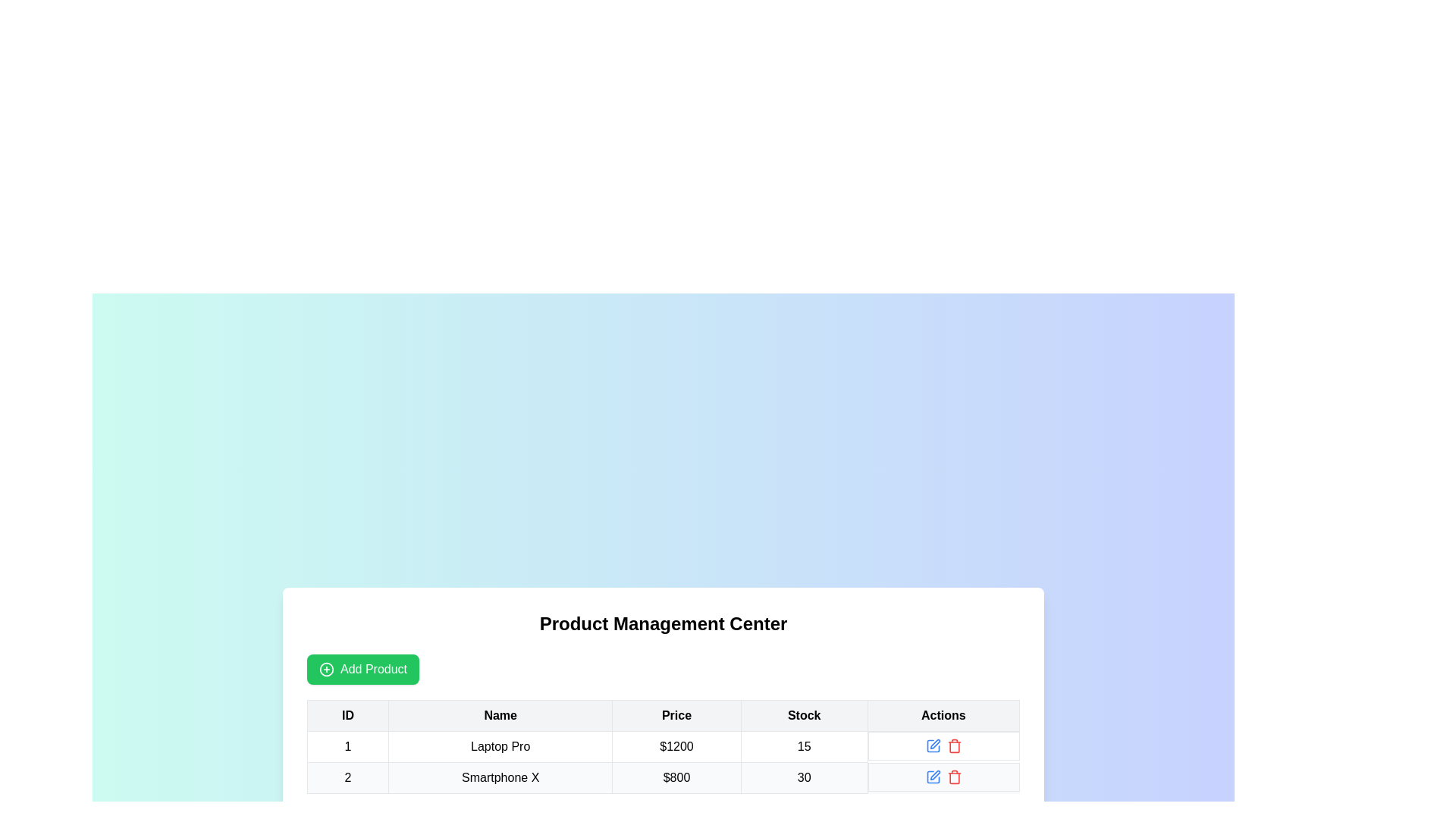 The width and height of the screenshot is (1456, 819). What do you see at coordinates (932, 745) in the screenshot?
I see `the edit button located in the 'Actions' column of the second row of the table under the 'Product Management Center' heading` at bounding box center [932, 745].